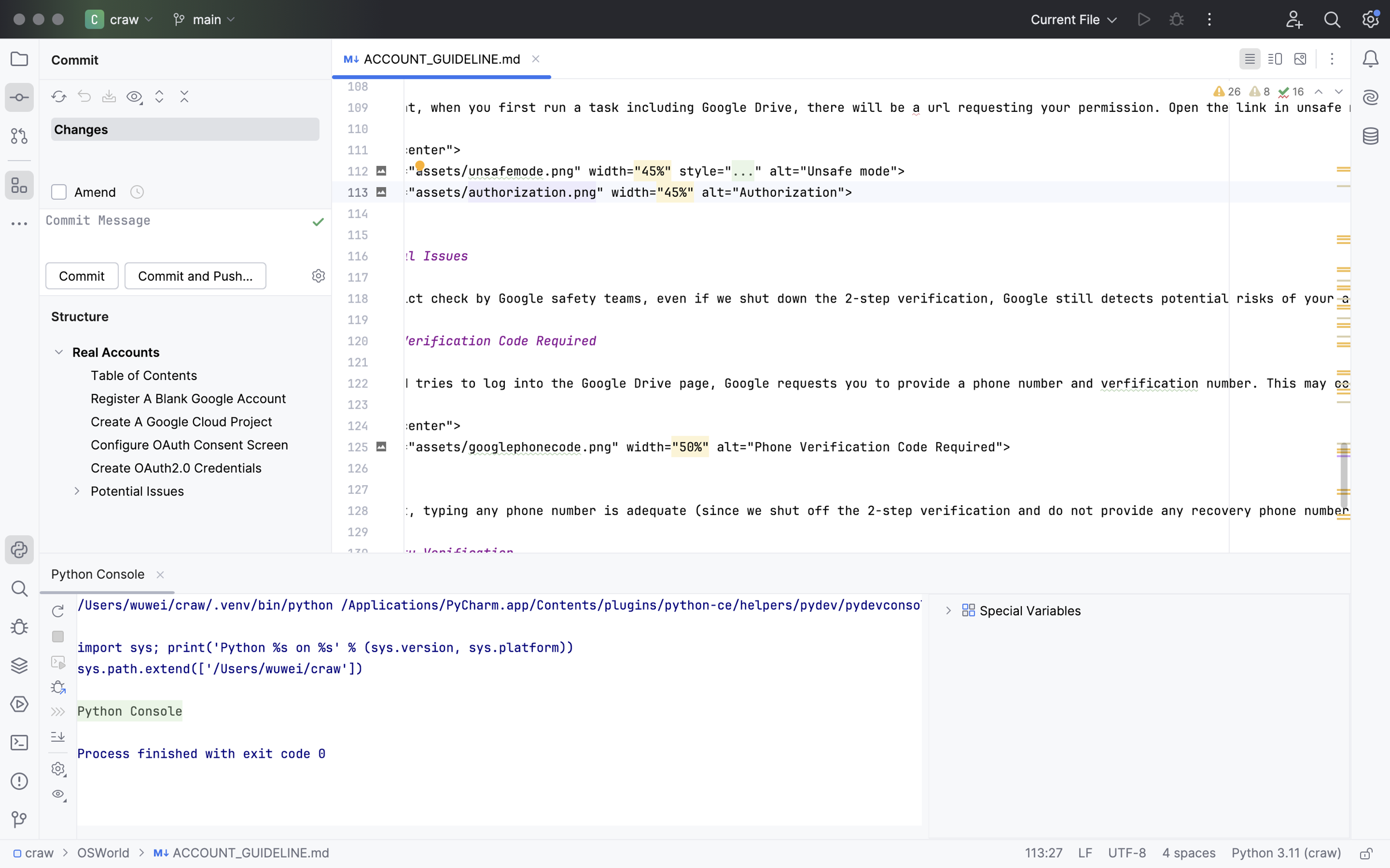  What do you see at coordinates (1044, 854) in the screenshot?
I see `'113:27'` at bounding box center [1044, 854].